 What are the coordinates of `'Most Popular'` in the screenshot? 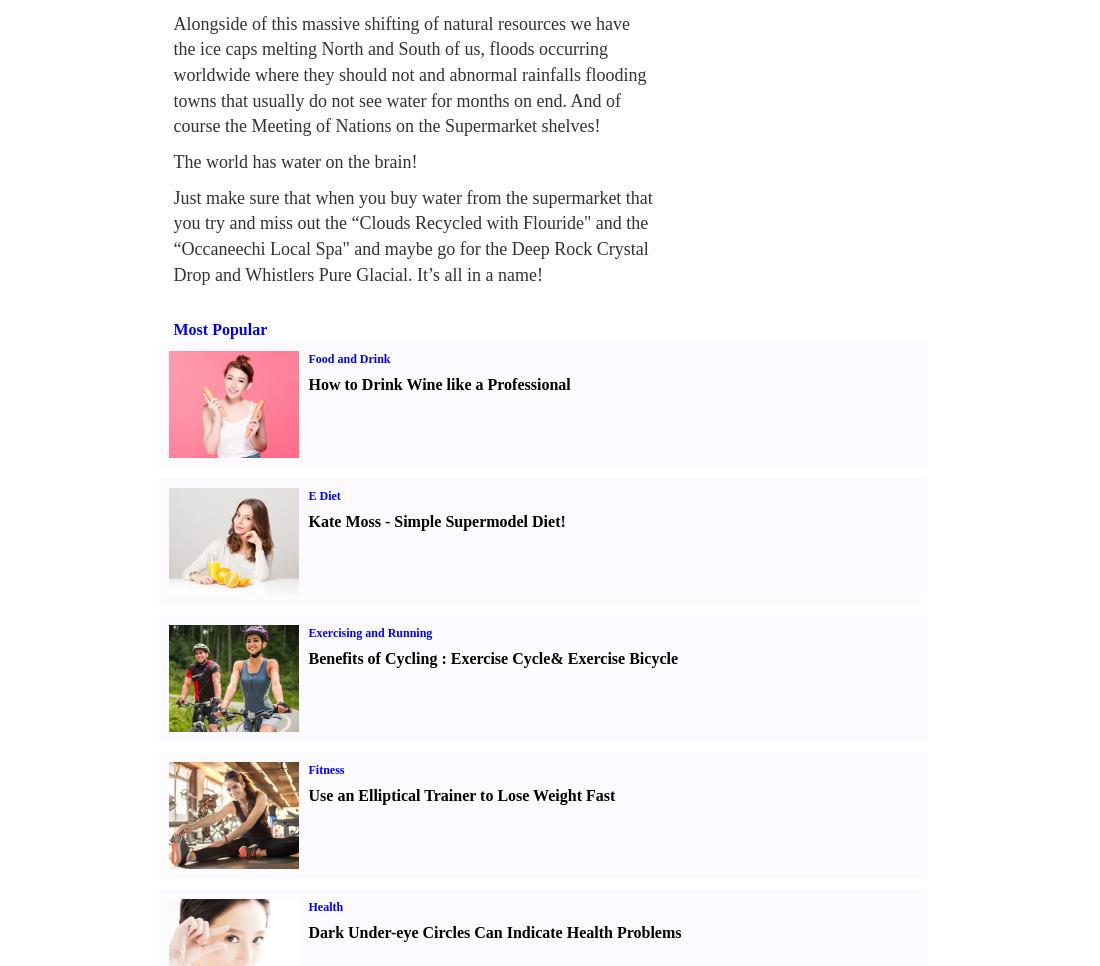 It's located at (220, 328).